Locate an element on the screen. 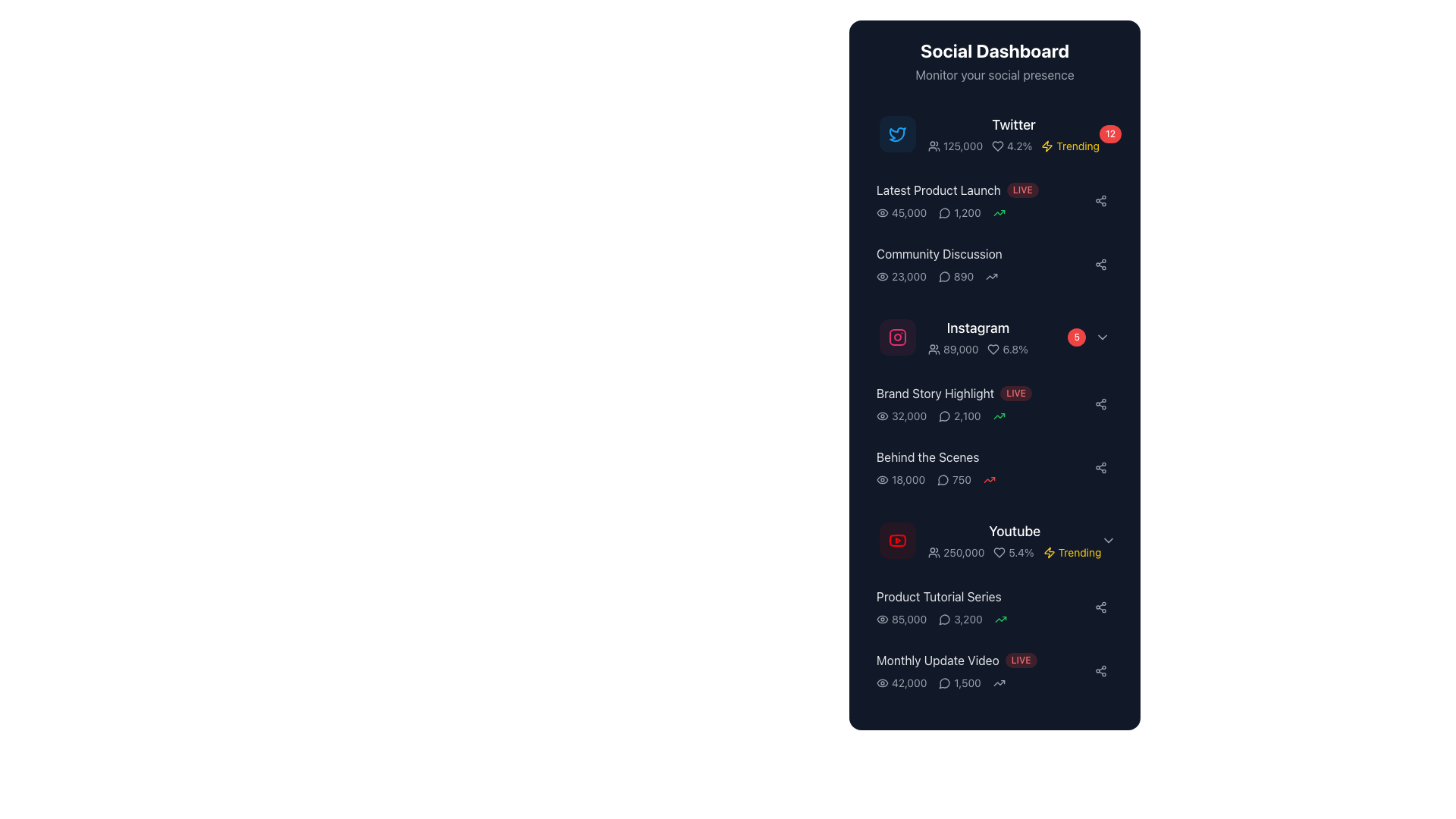 The image size is (1456, 819). the text label that provides information about the number of followers for the Twitter account, located in the Twitter metrics section of the Social Dashboard, positioned next to the icon of two people is located at coordinates (955, 146).